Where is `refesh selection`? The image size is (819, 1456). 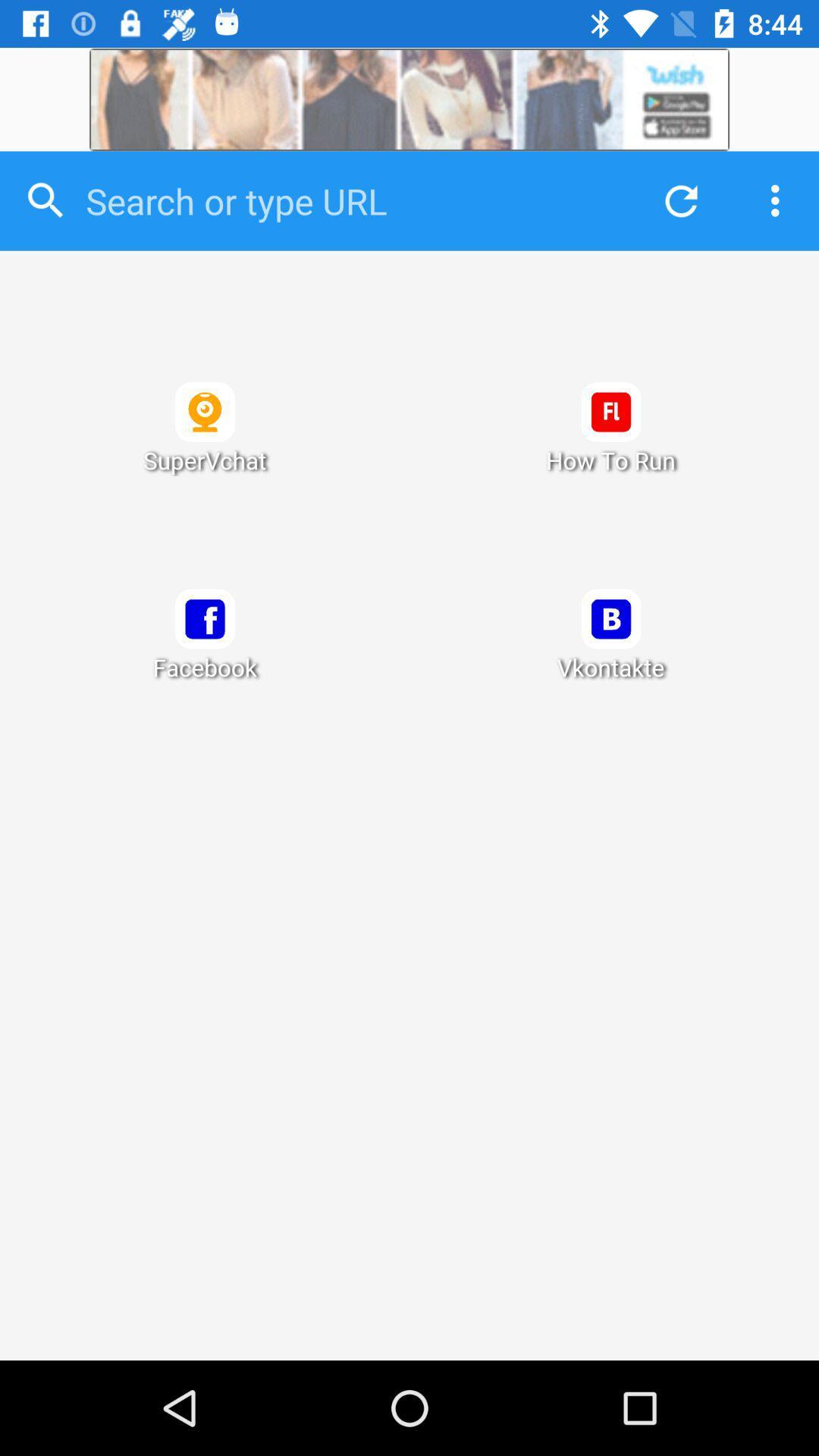 refesh selection is located at coordinates (676, 200).